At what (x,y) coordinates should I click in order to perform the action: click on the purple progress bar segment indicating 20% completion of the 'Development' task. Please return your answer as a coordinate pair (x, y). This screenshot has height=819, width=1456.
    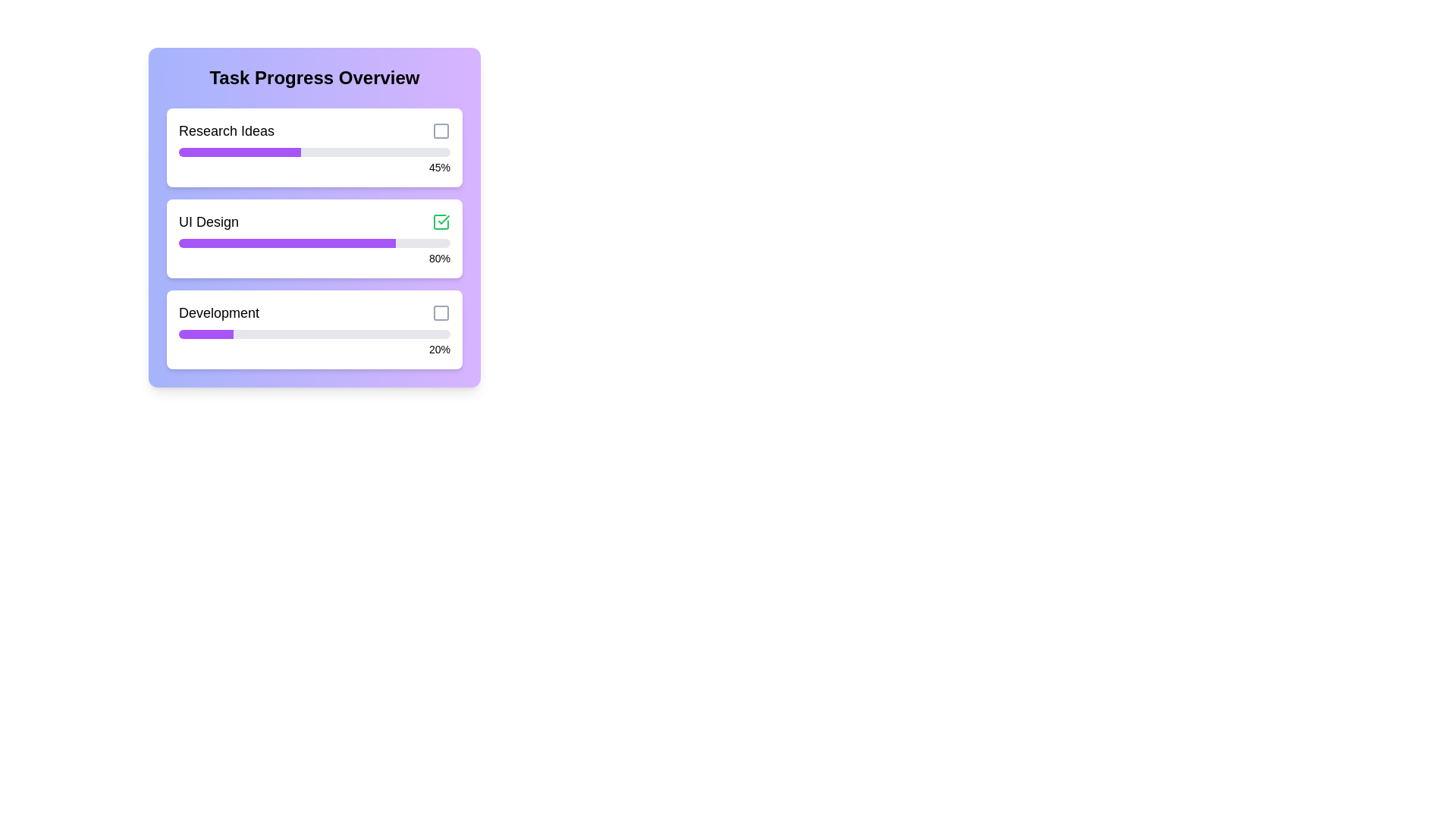
    Looking at the image, I should click on (205, 333).